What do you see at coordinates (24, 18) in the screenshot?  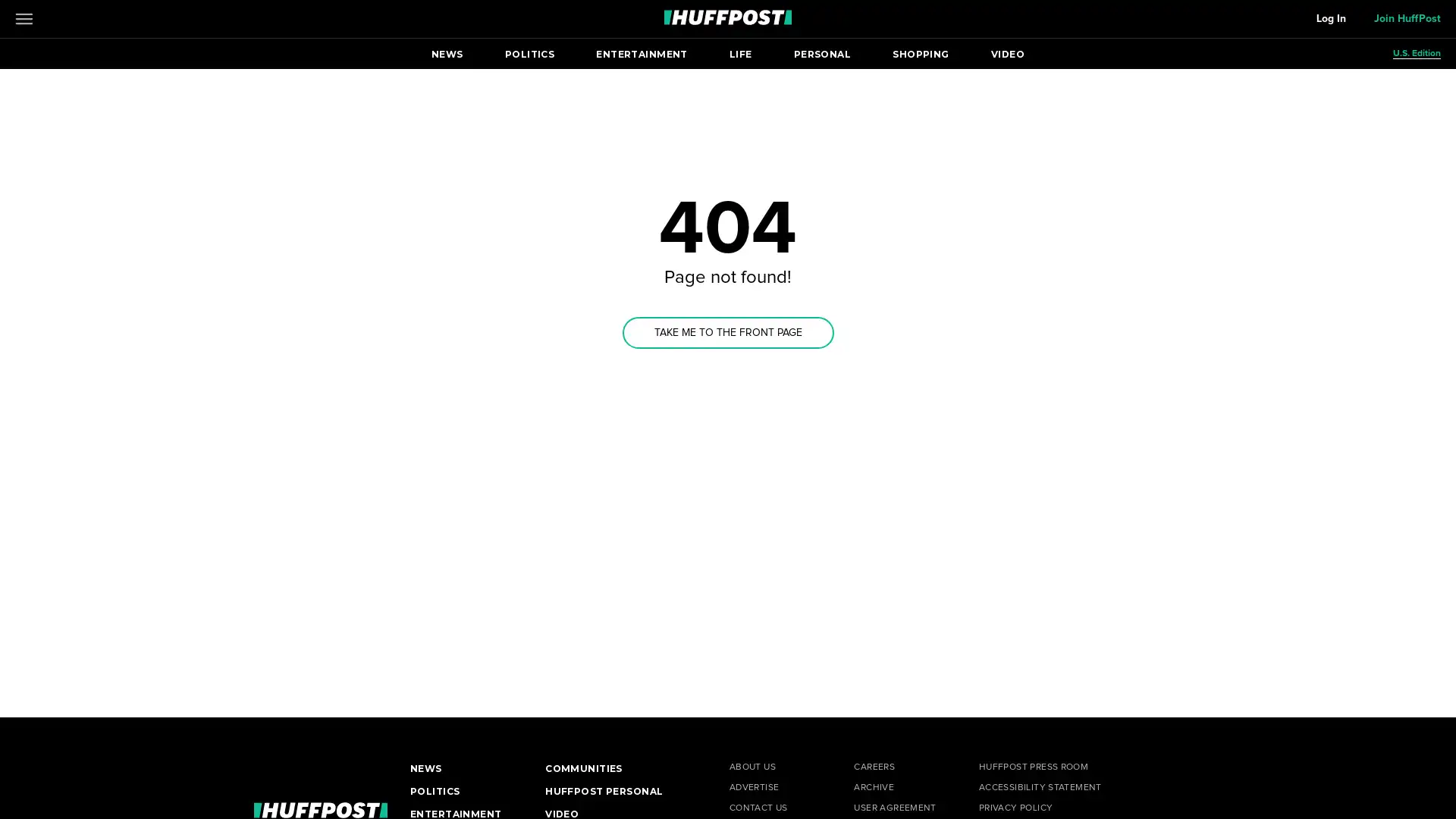 I see `Open main menu` at bounding box center [24, 18].